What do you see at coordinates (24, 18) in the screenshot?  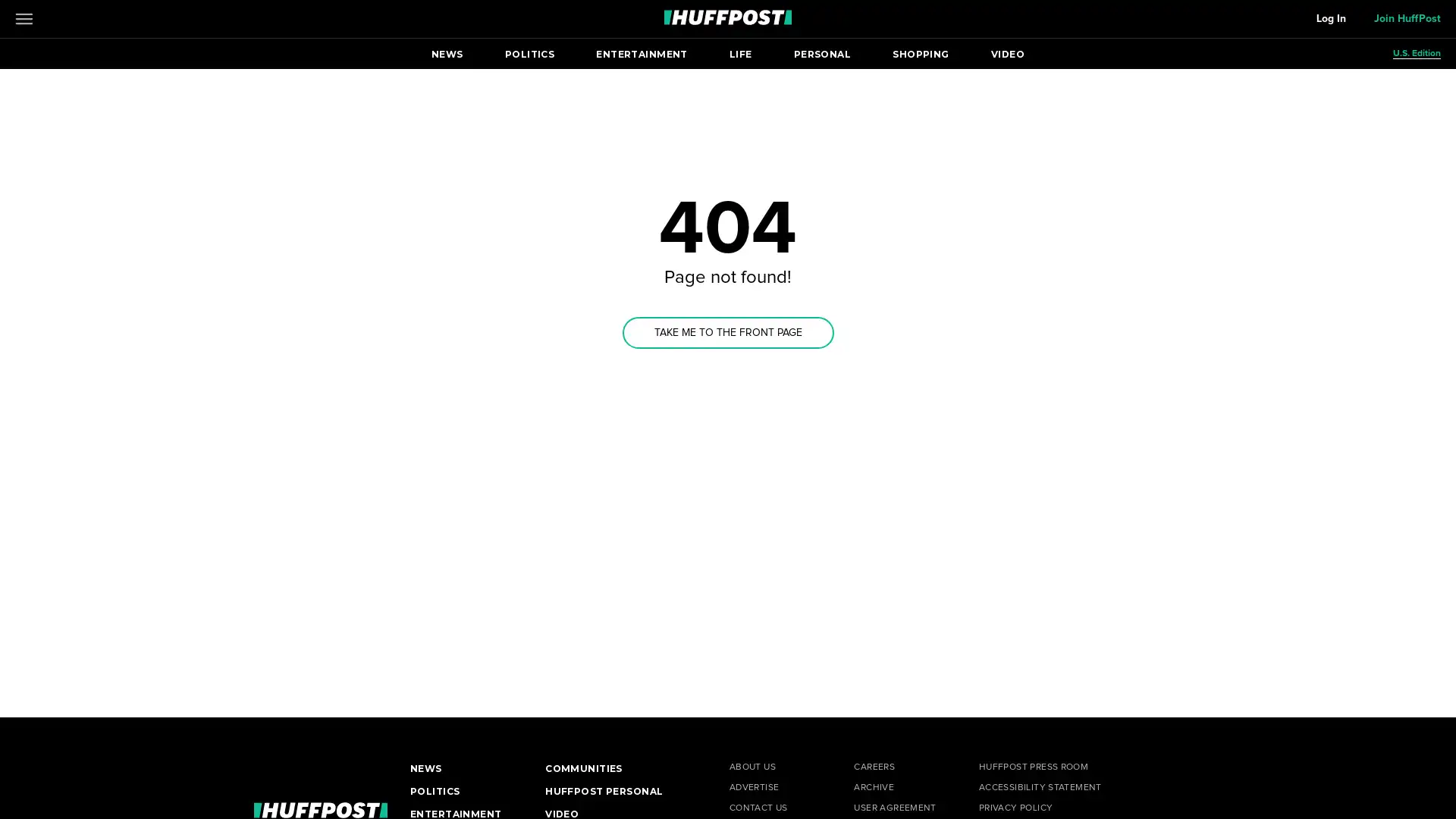 I see `Open main menu` at bounding box center [24, 18].